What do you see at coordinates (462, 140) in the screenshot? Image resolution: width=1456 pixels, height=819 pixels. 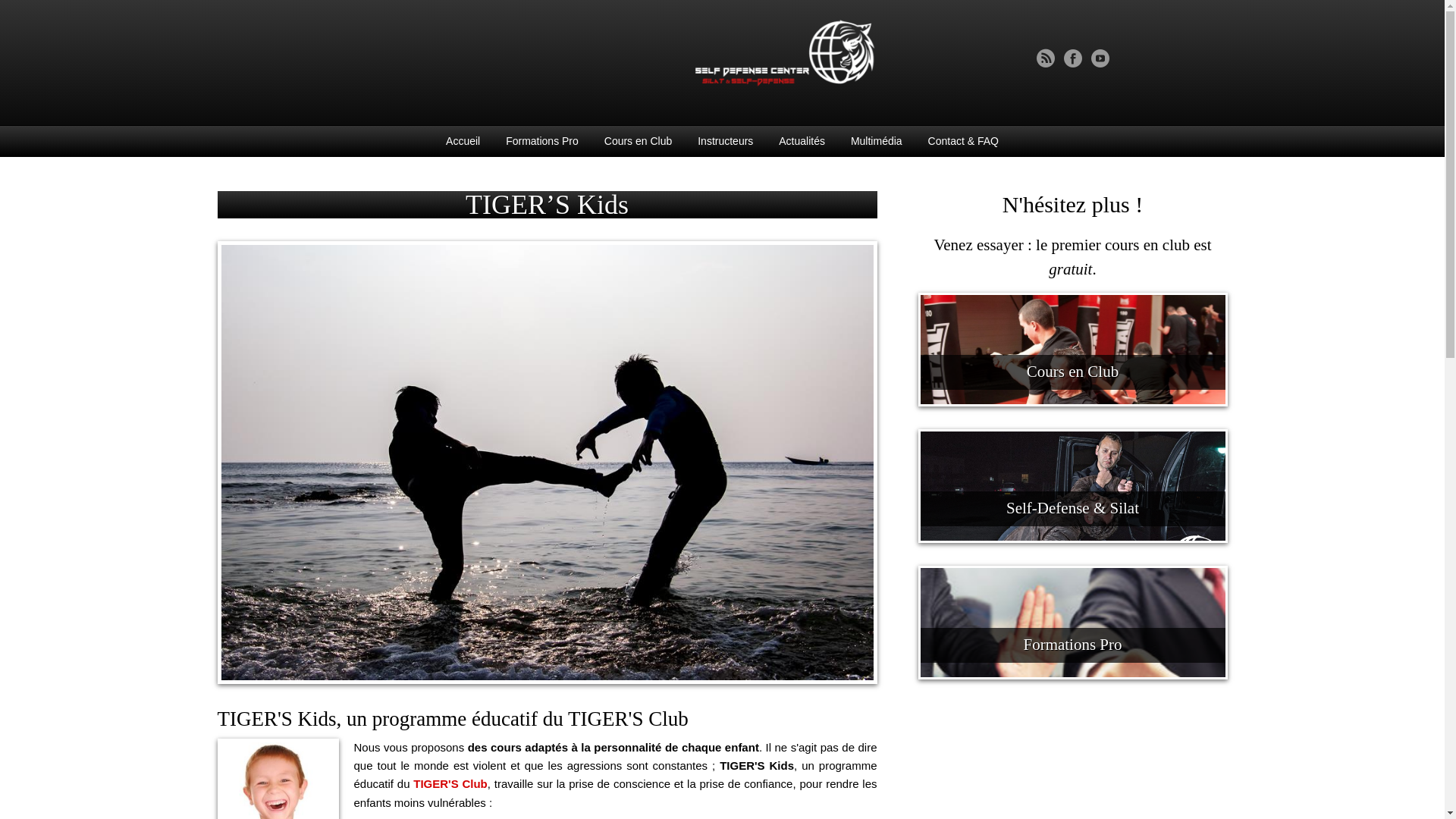 I see `'Accueil'` at bounding box center [462, 140].